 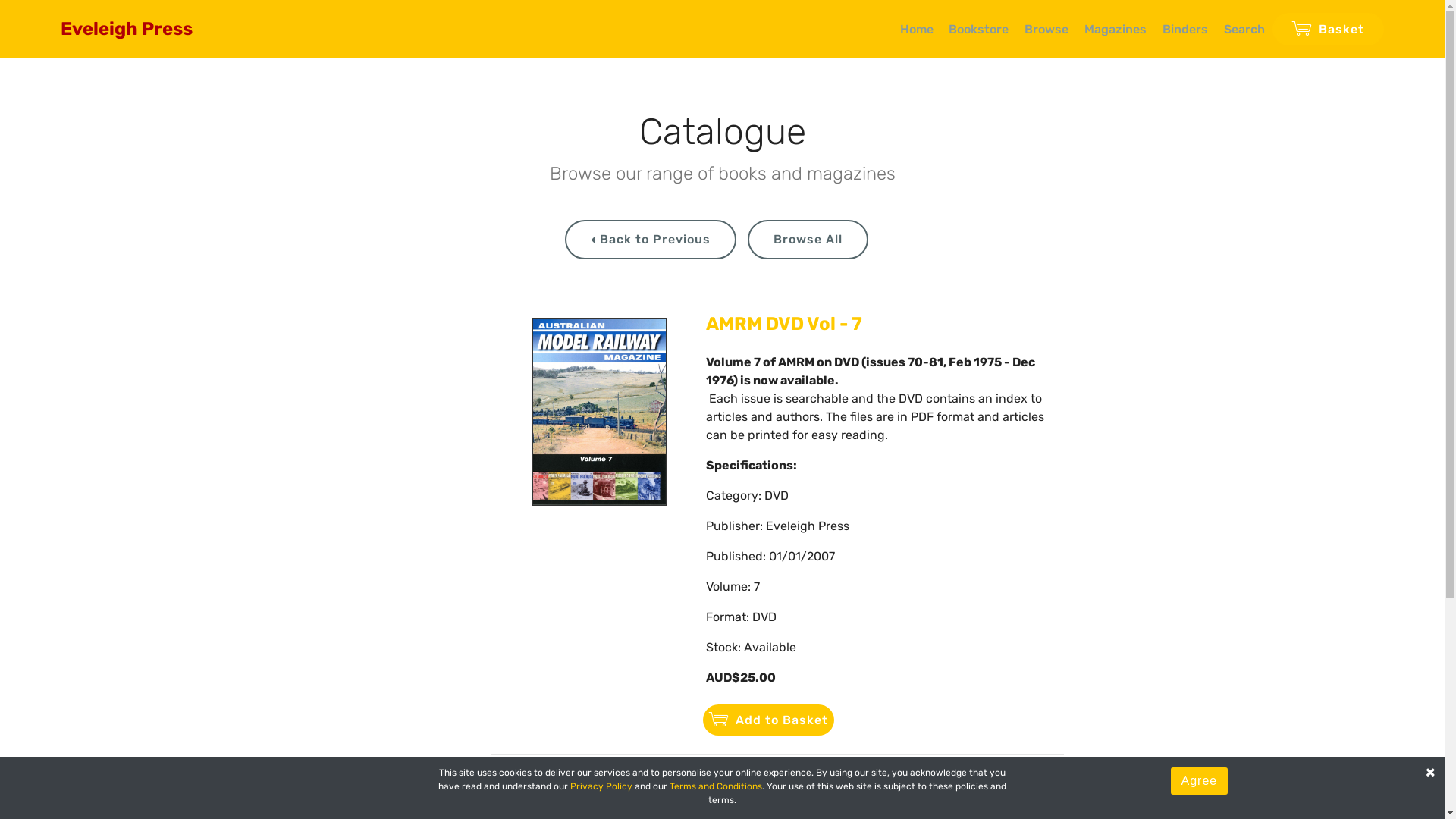 I want to click on 'Browse All', so click(x=807, y=239).